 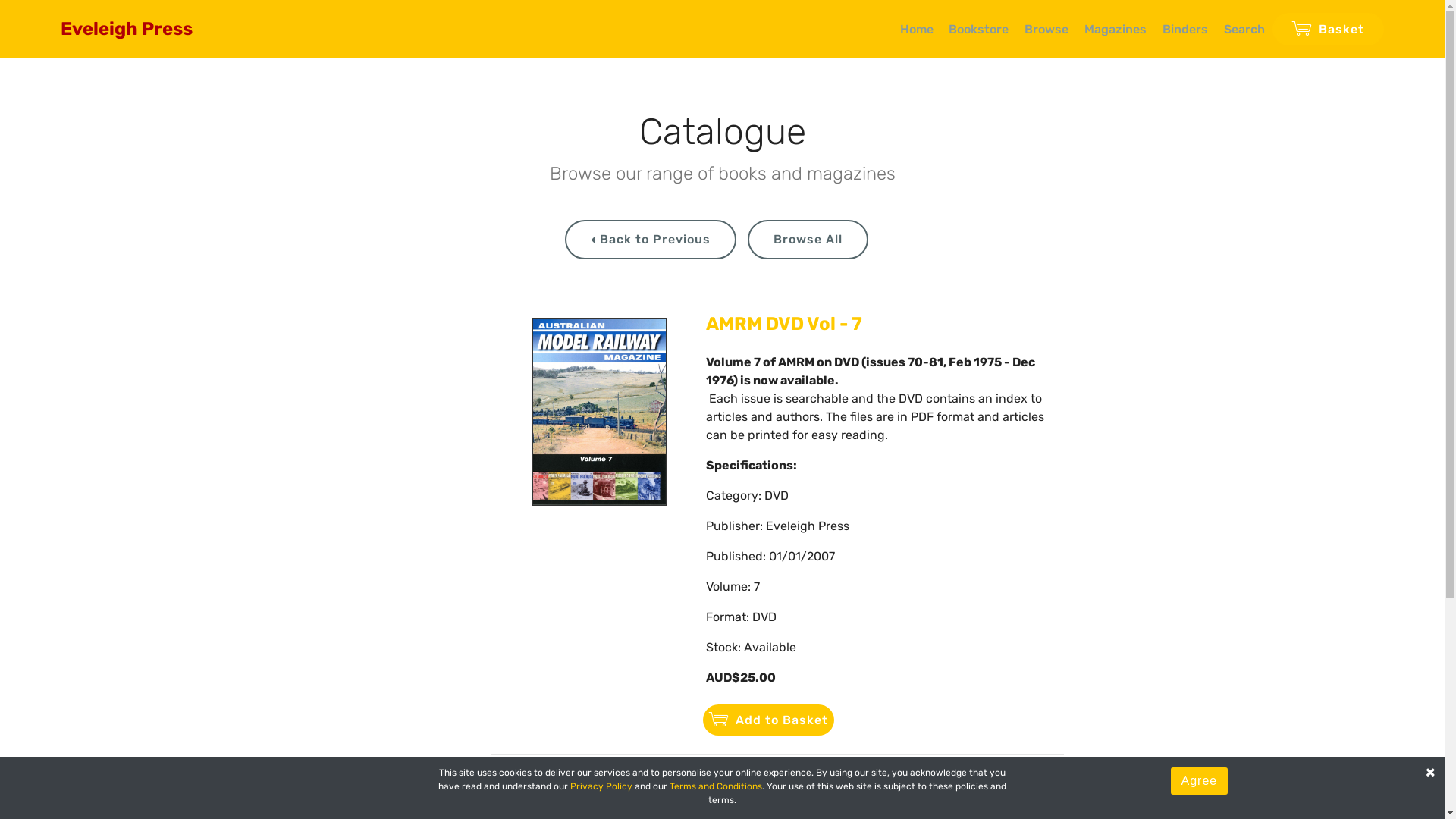 I want to click on 'Browse All', so click(x=807, y=239).